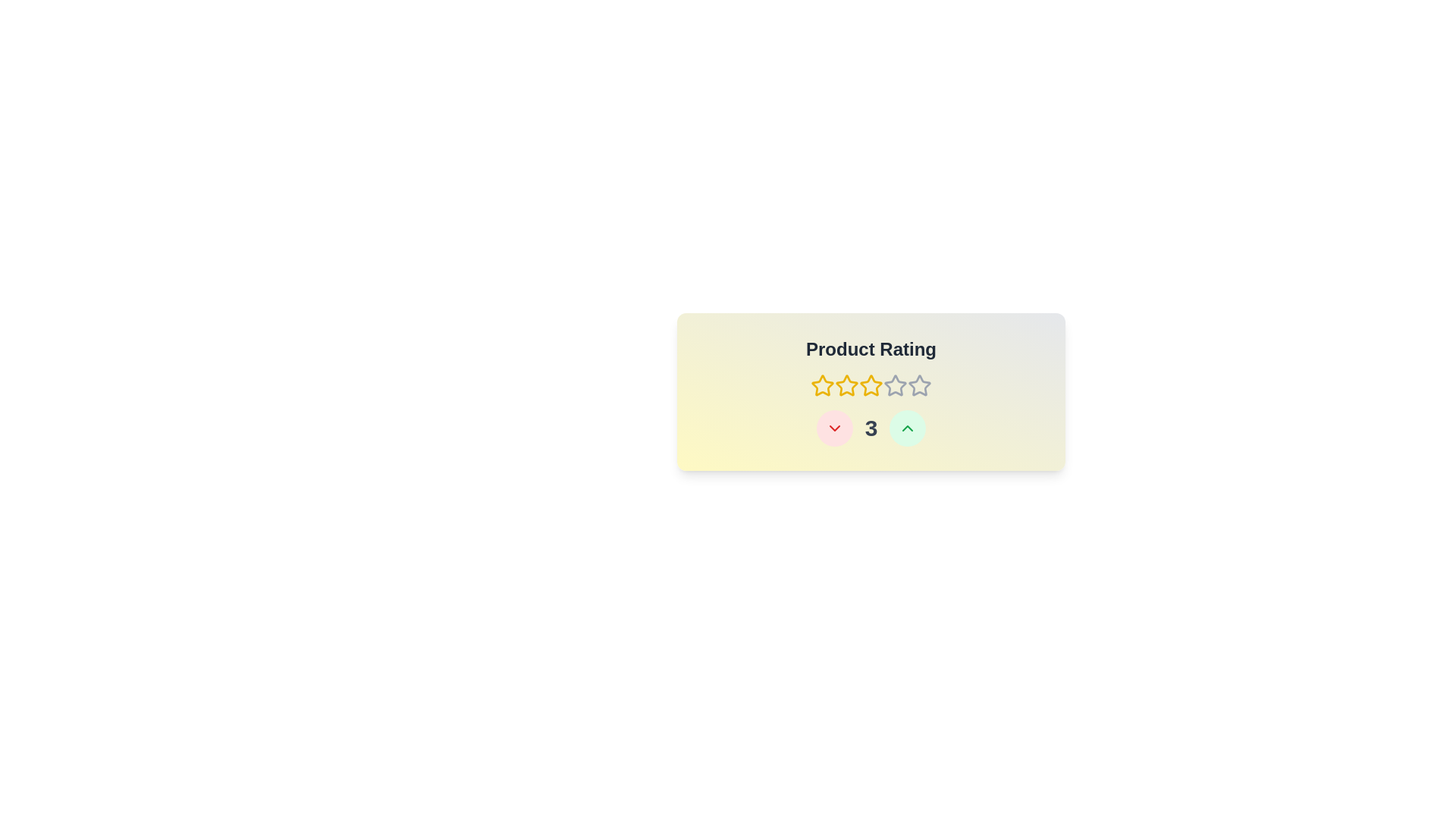 The height and width of the screenshot is (819, 1456). Describe the element at coordinates (895, 385) in the screenshot. I see `the fifth star` at that location.